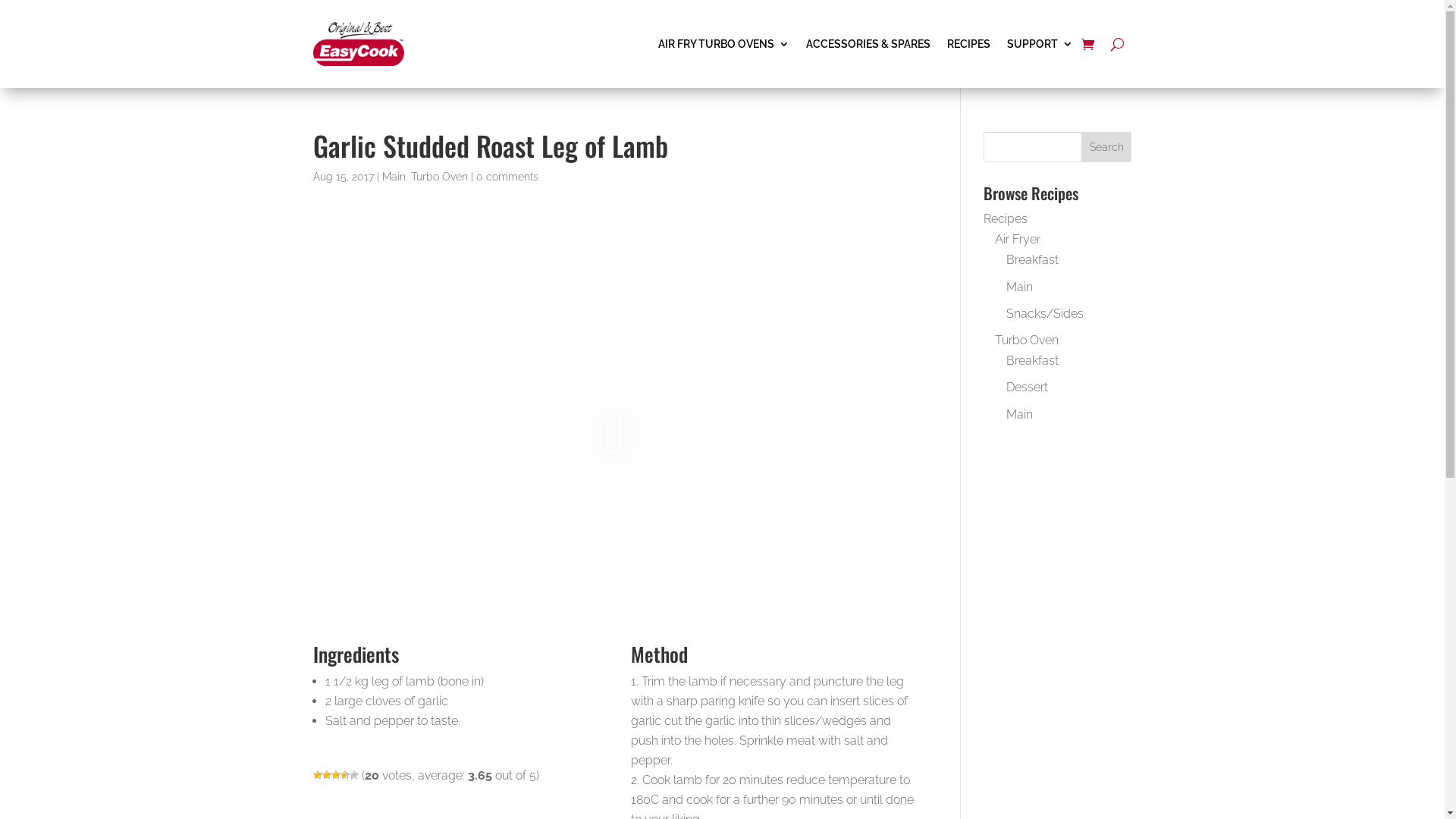  What do you see at coordinates (325, 775) in the screenshot?
I see `'2 Stars'` at bounding box center [325, 775].